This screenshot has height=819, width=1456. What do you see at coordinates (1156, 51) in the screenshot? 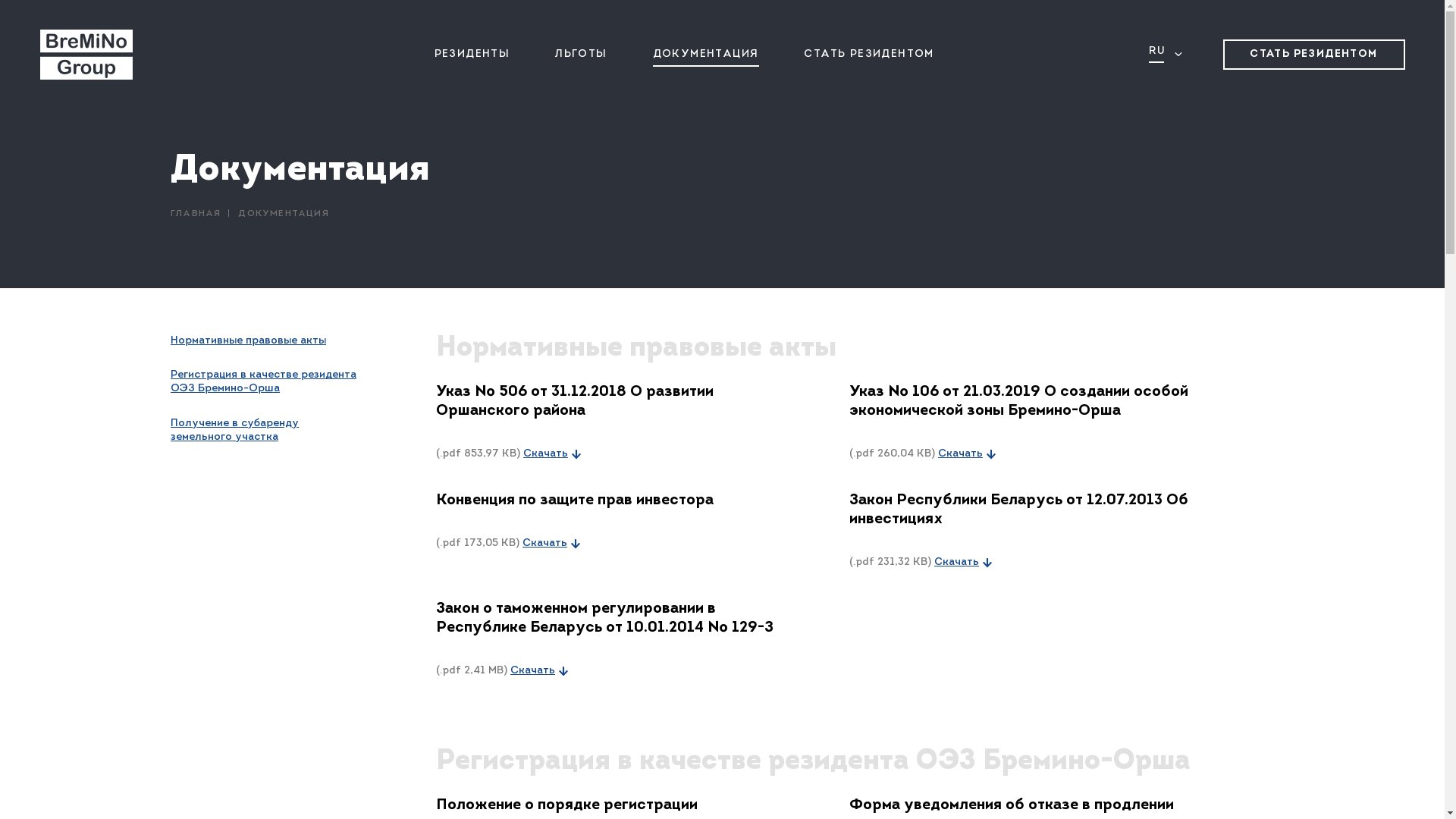
I see `'RU'` at bounding box center [1156, 51].